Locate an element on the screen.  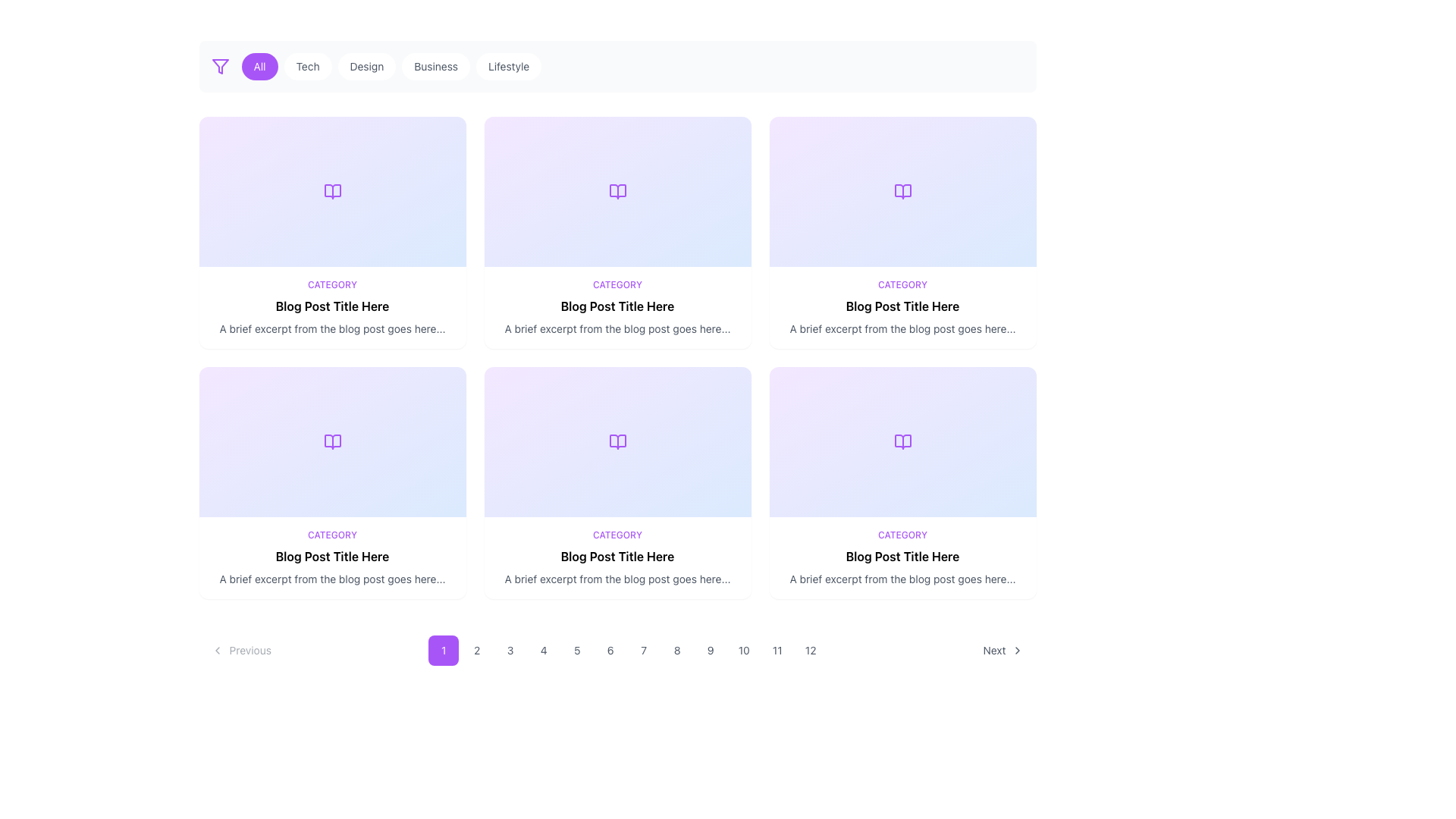
the text label that serves as the title for a blog post, located in the middle row, second column of the blog entries grid is located at coordinates (331, 306).